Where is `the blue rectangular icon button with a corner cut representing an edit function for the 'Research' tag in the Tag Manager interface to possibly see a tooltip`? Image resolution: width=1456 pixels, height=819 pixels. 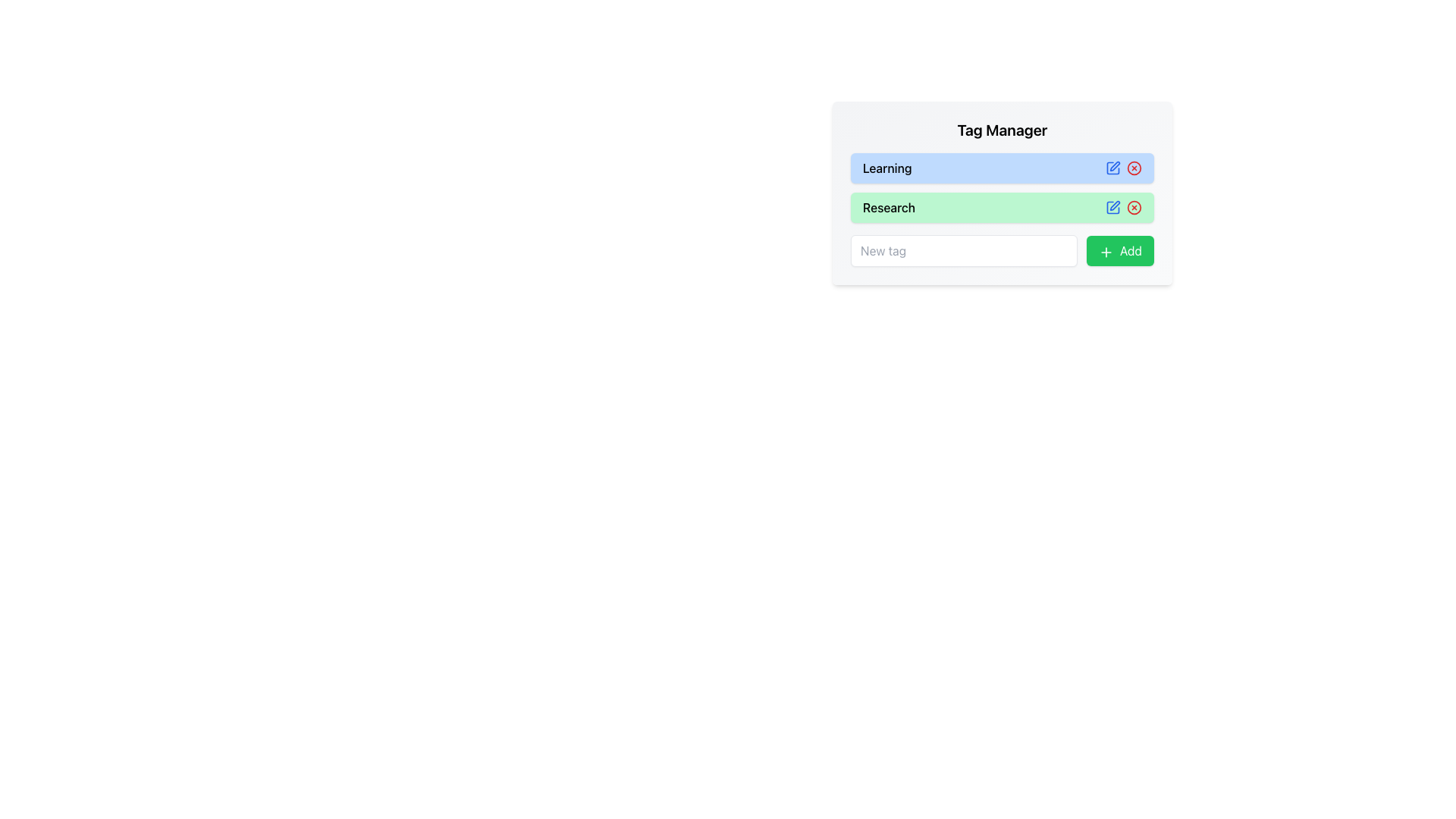
the blue rectangular icon button with a corner cut representing an edit function for the 'Research' tag in the Tag Manager interface to possibly see a tooltip is located at coordinates (1113, 207).